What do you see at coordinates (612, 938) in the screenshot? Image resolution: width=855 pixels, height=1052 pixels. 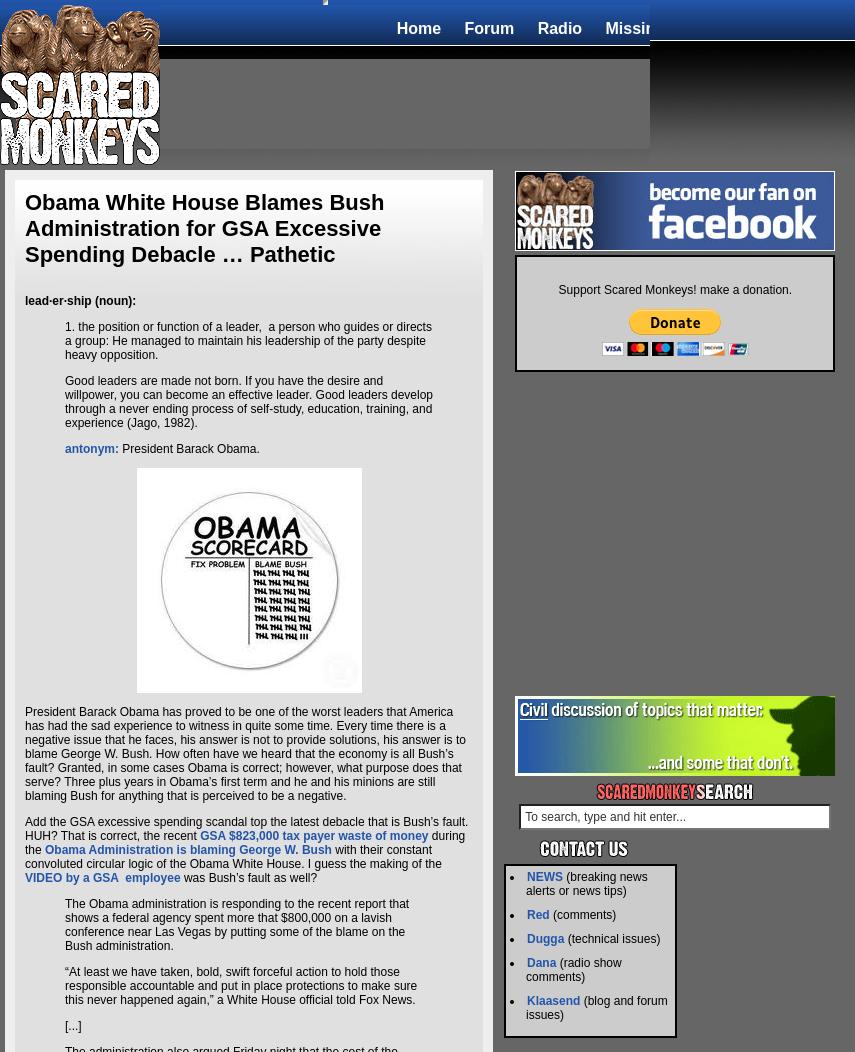 I see `'(technical issues)'` at bounding box center [612, 938].